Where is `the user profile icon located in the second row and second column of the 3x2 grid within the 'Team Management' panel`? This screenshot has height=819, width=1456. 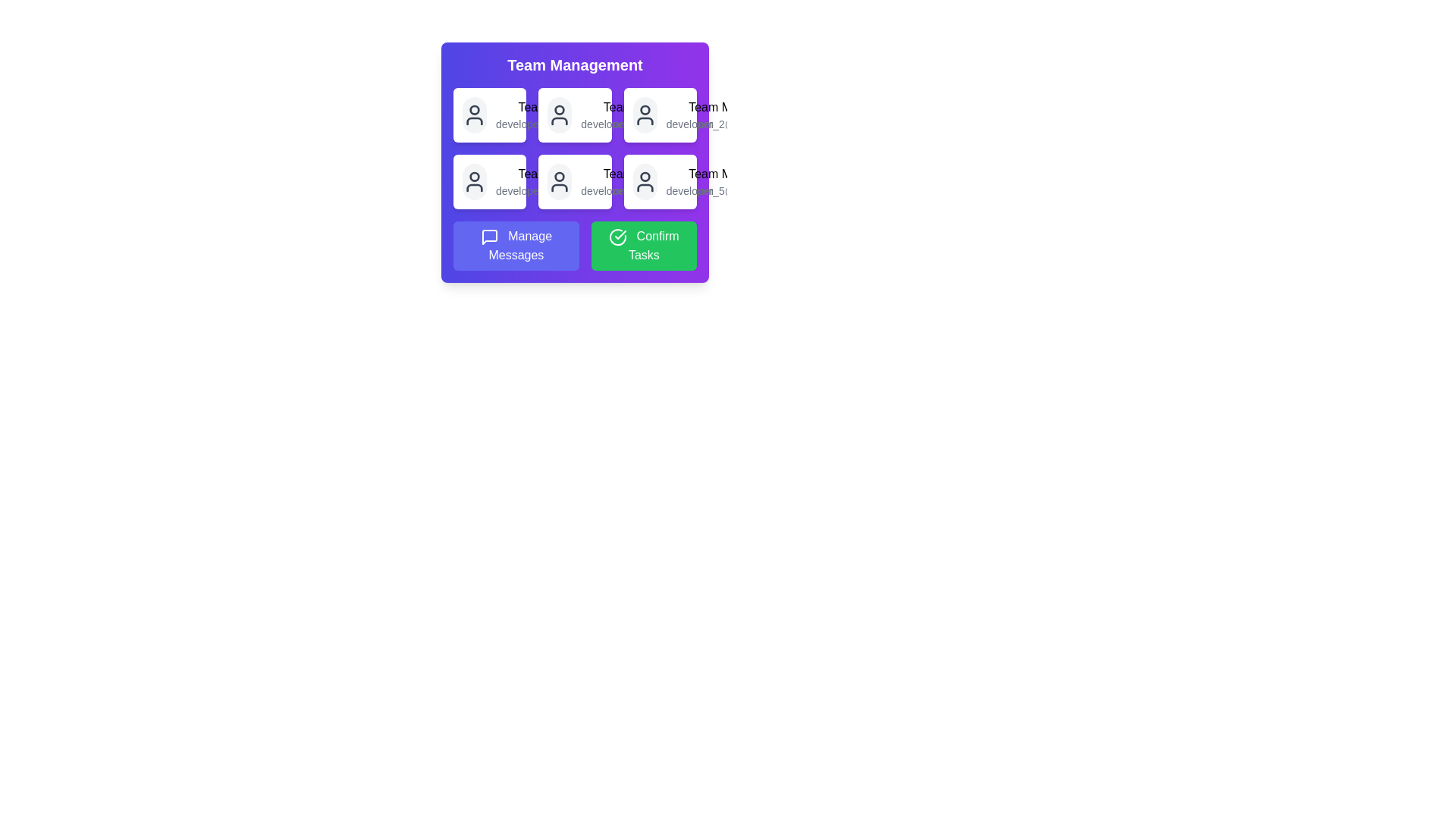 the user profile icon located in the second row and second column of the 3x2 grid within the 'Team Management' panel is located at coordinates (559, 180).